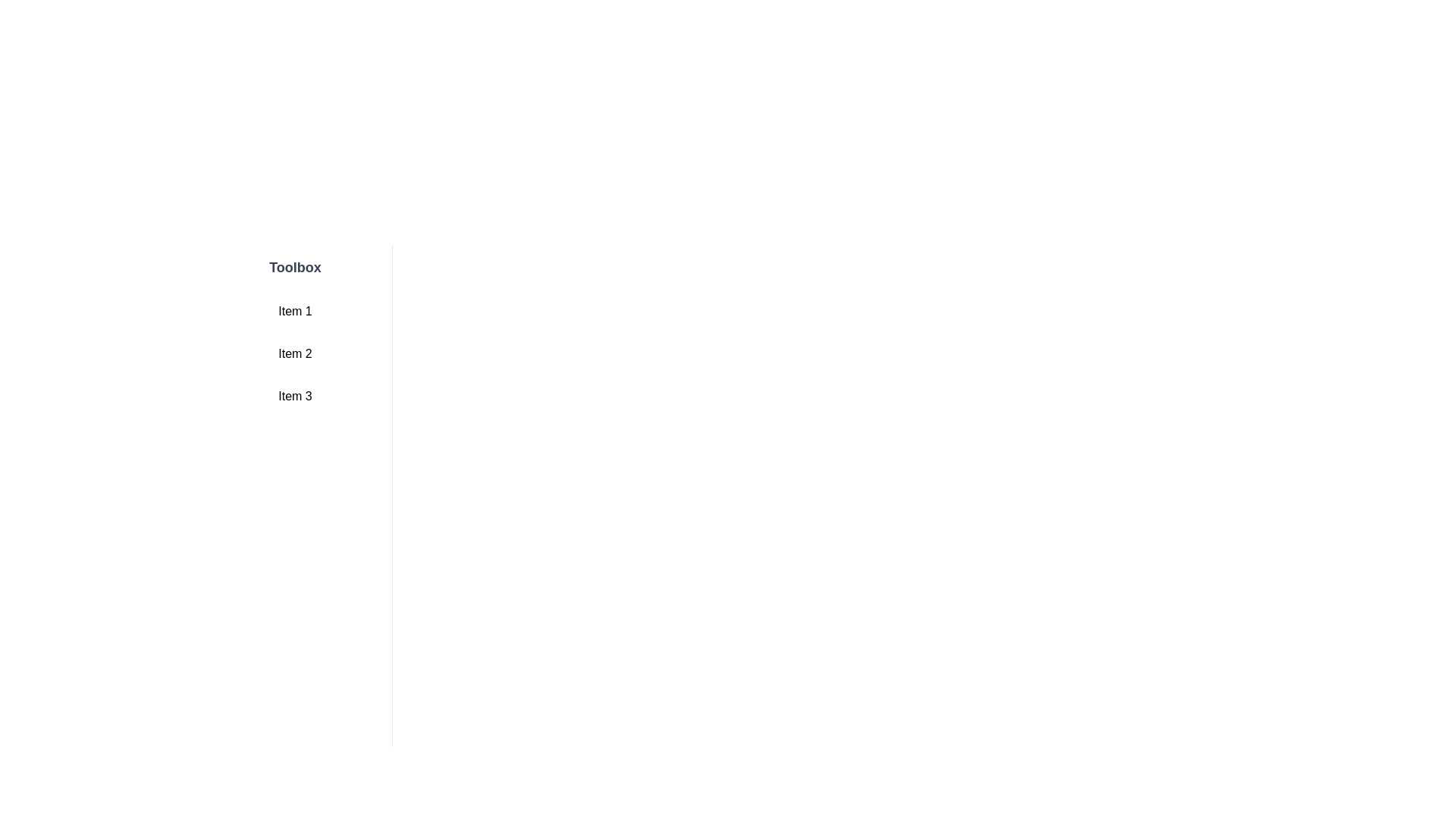  I want to click on text displayed in the first item of the vertical list labeled 'Item 1', which is styled in black text on a white background, so click(295, 311).